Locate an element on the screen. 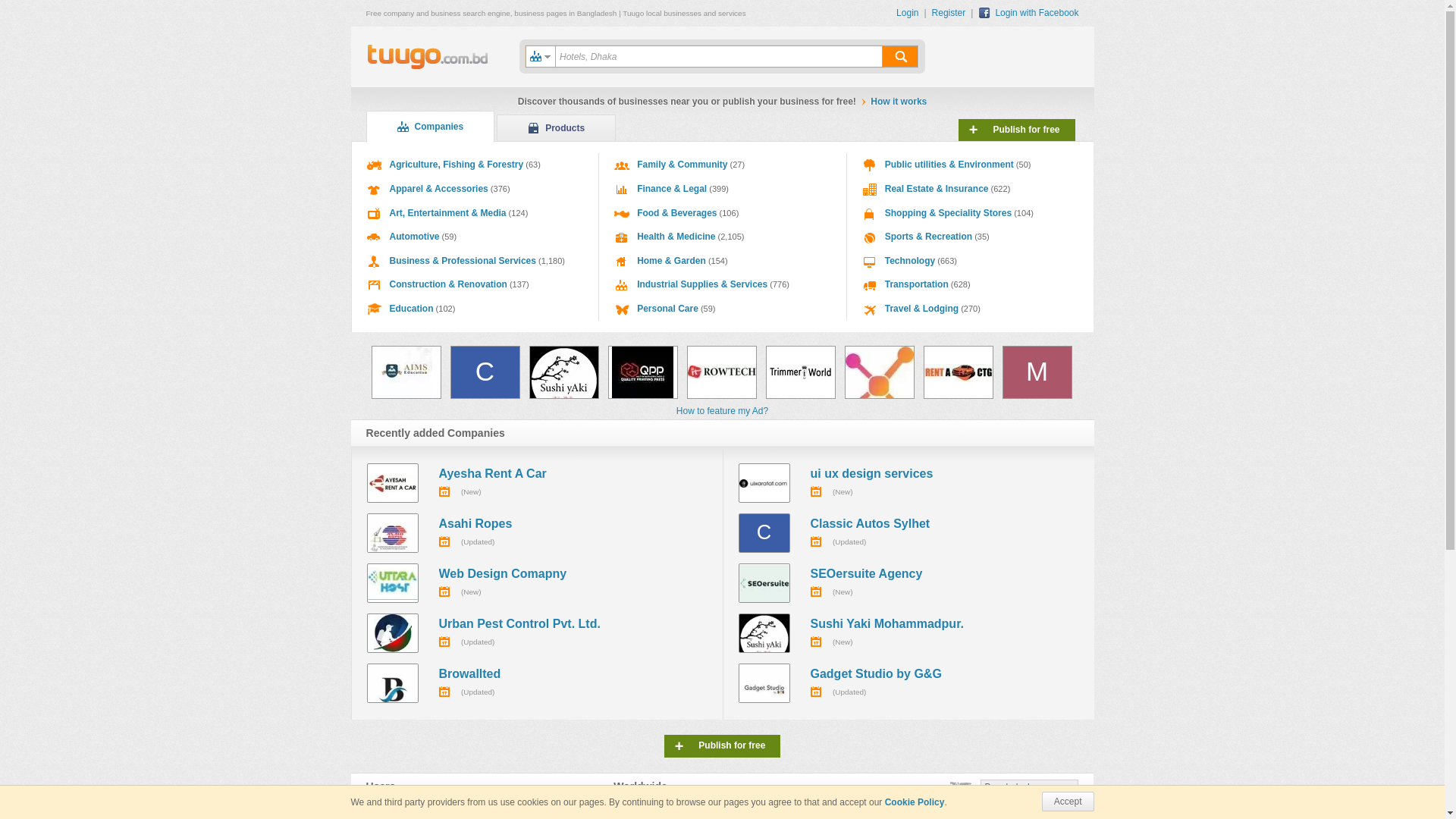 This screenshot has height=819, width=1456. ' Public utilities & Environment (50)' is located at coordinates (971, 165).